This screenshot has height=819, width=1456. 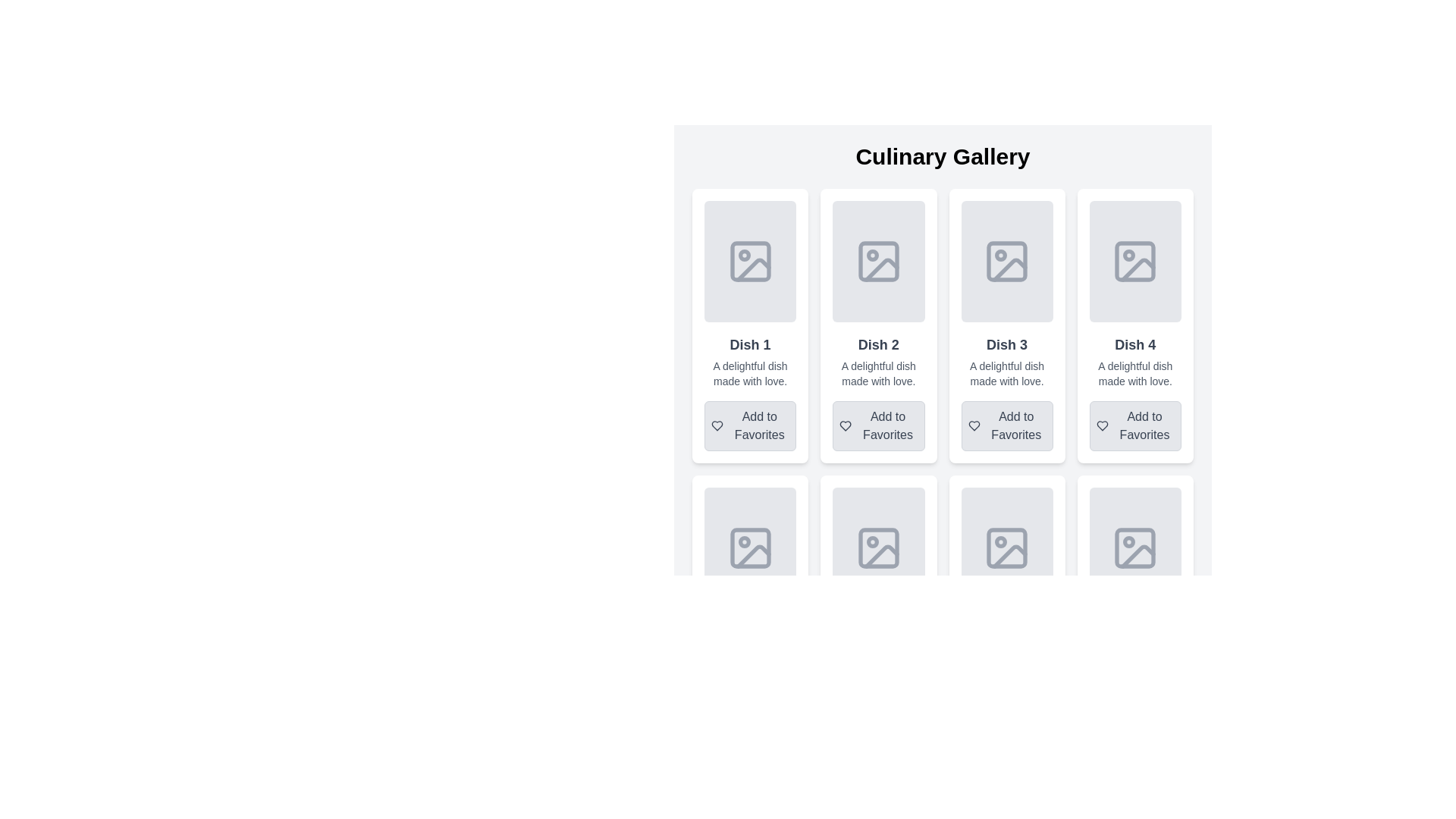 What do you see at coordinates (1007, 426) in the screenshot?
I see `the 'Add to Favorites' button located at the bottom of the 'Dish 3' card in the Culinary Gallery interface` at bounding box center [1007, 426].